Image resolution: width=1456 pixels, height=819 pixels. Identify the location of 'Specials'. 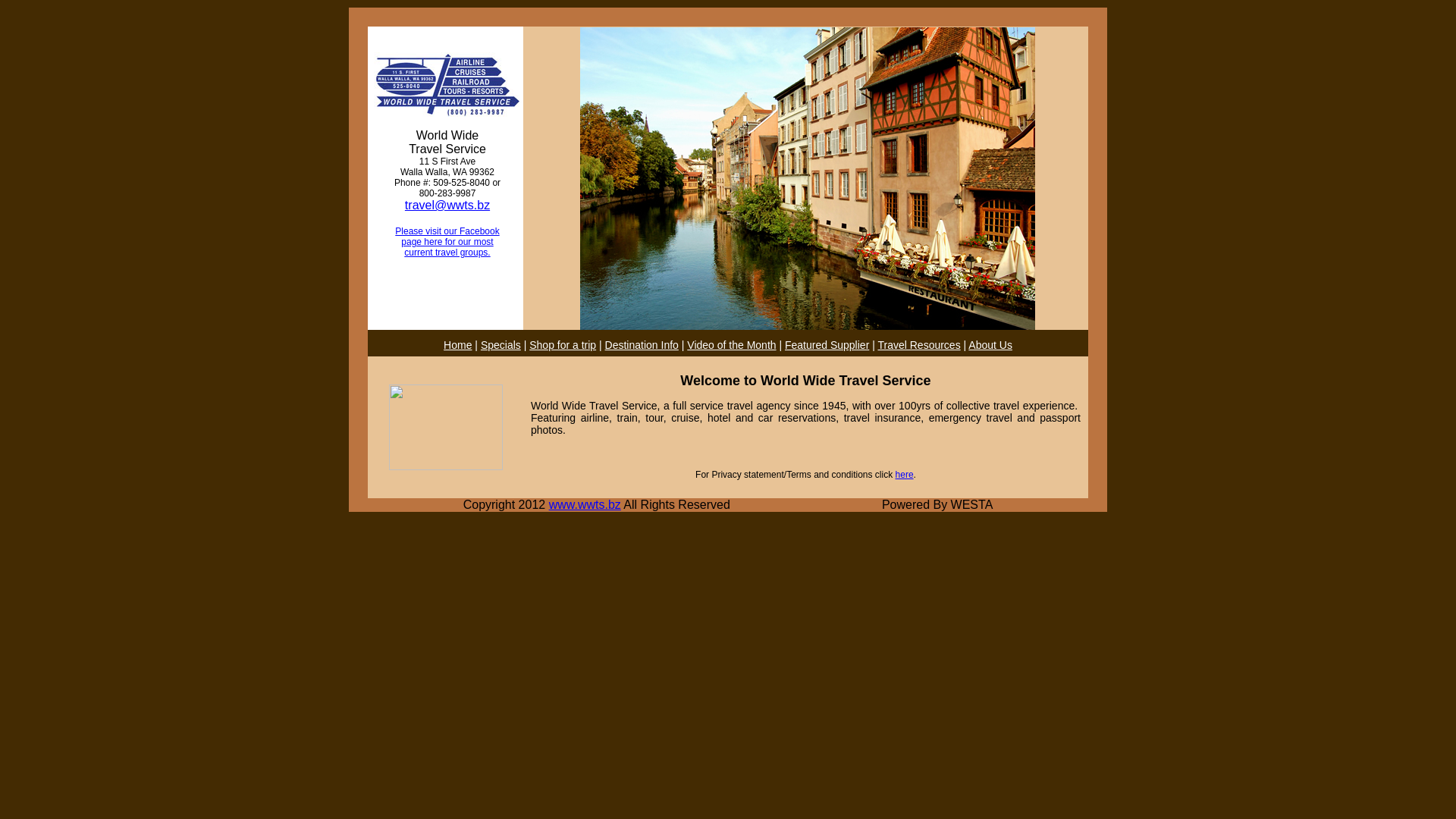
(500, 345).